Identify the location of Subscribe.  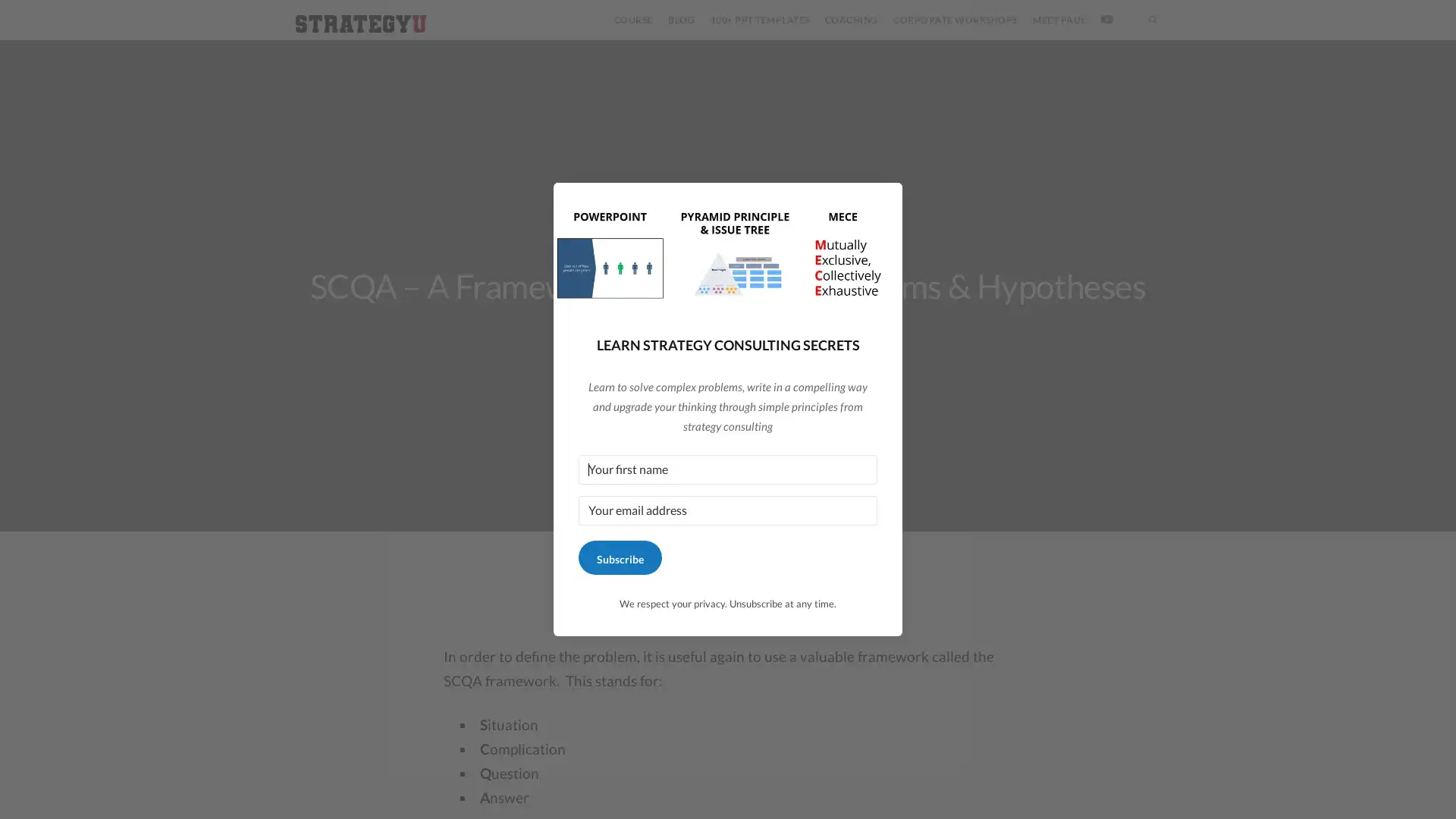
(619, 557).